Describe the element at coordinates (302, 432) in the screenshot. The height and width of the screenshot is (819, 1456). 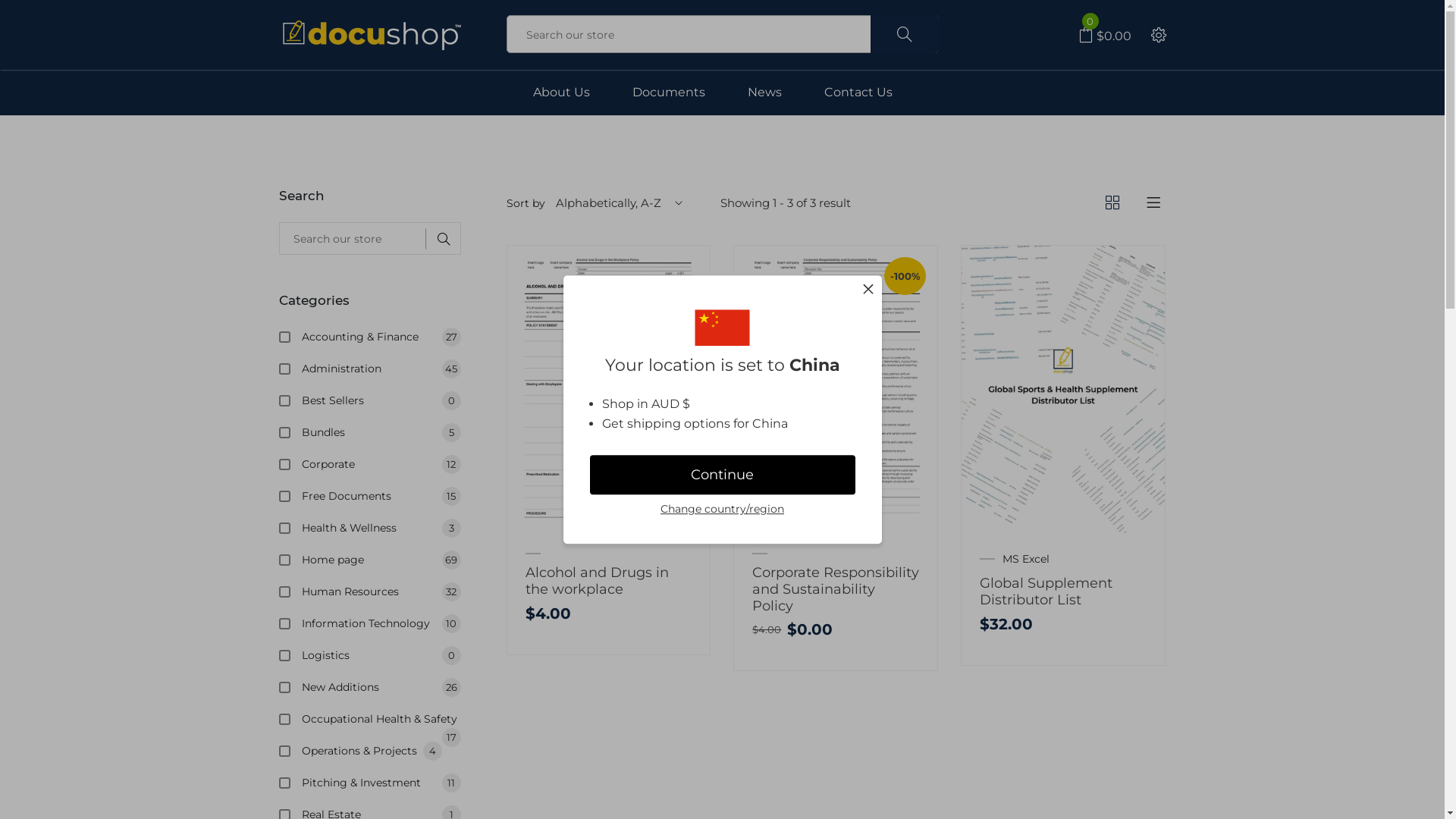
I see `'Bundles` at that location.